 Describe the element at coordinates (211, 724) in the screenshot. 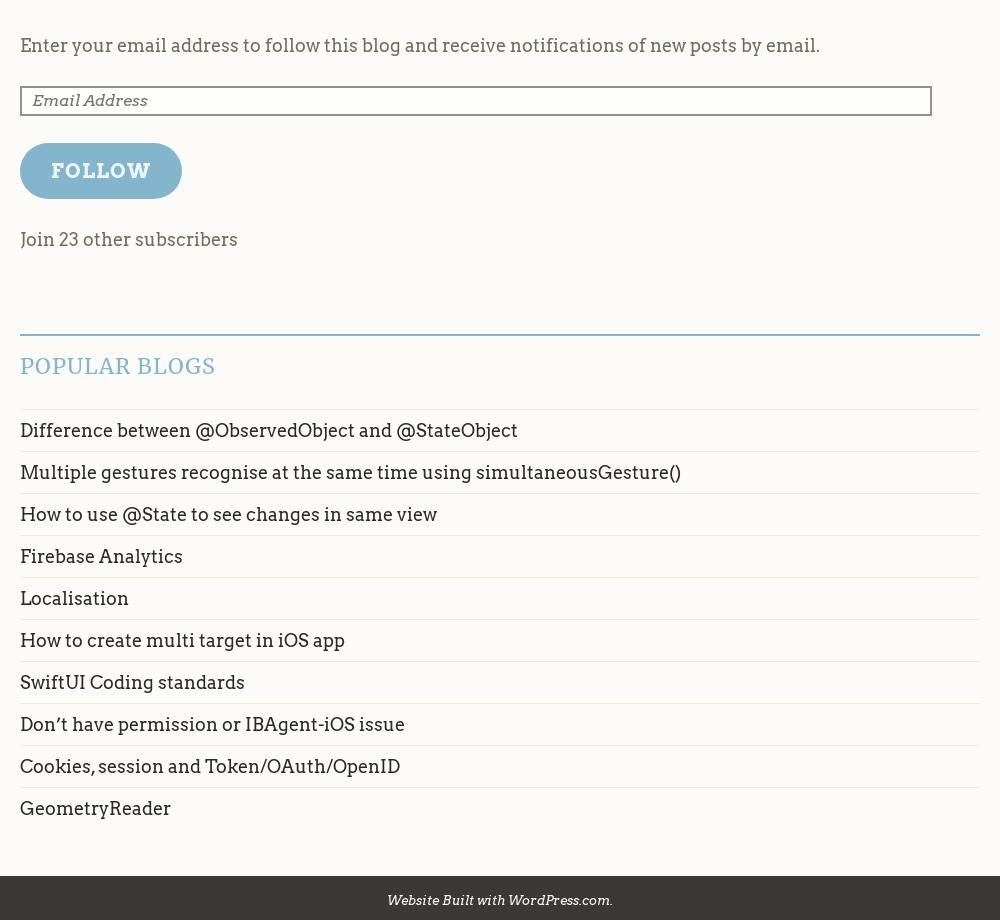

I see `'Don’t have permission or IBAgent-iOS issue'` at that location.